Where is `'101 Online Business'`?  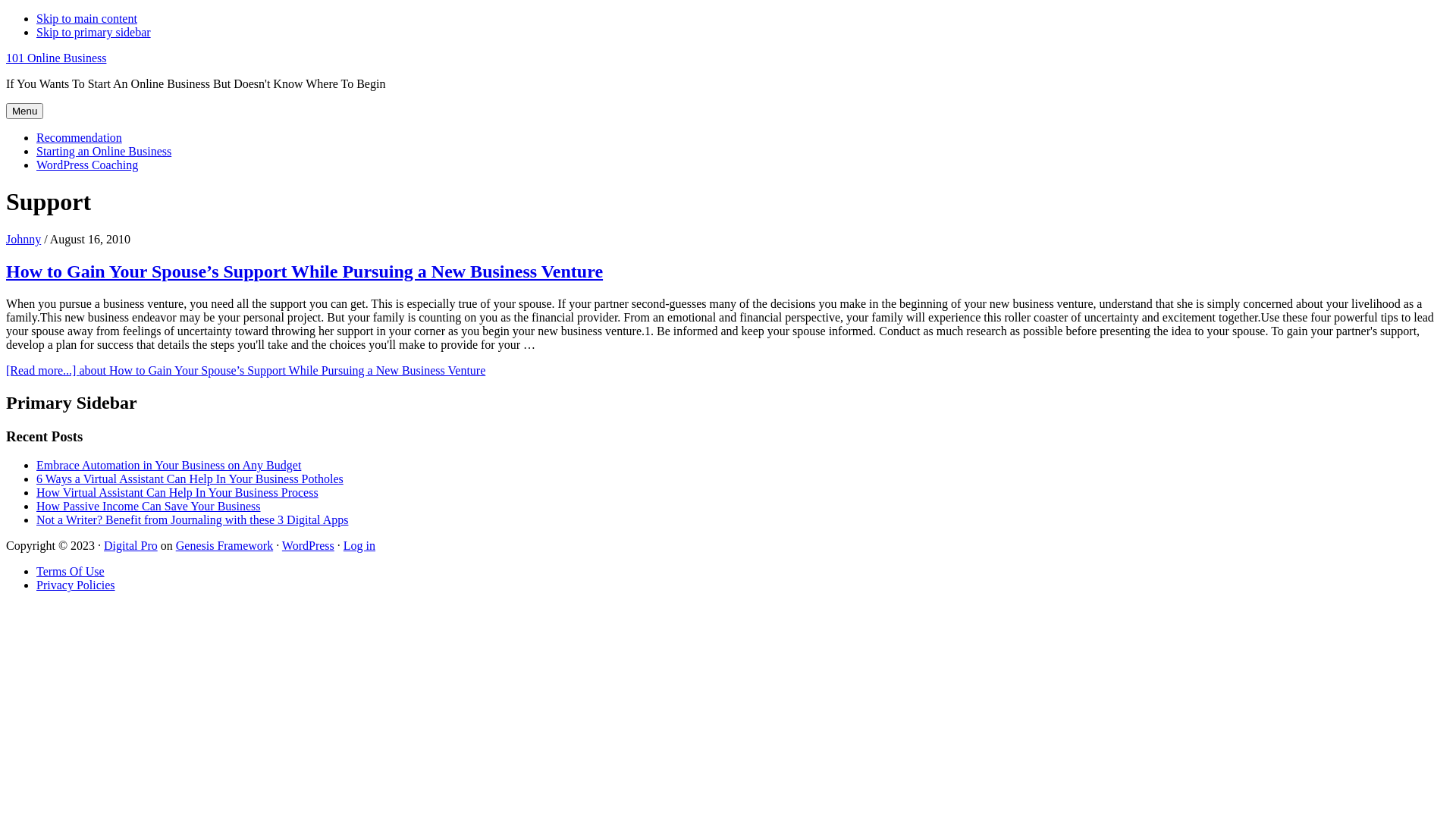
'101 Online Business' is located at coordinates (55, 57).